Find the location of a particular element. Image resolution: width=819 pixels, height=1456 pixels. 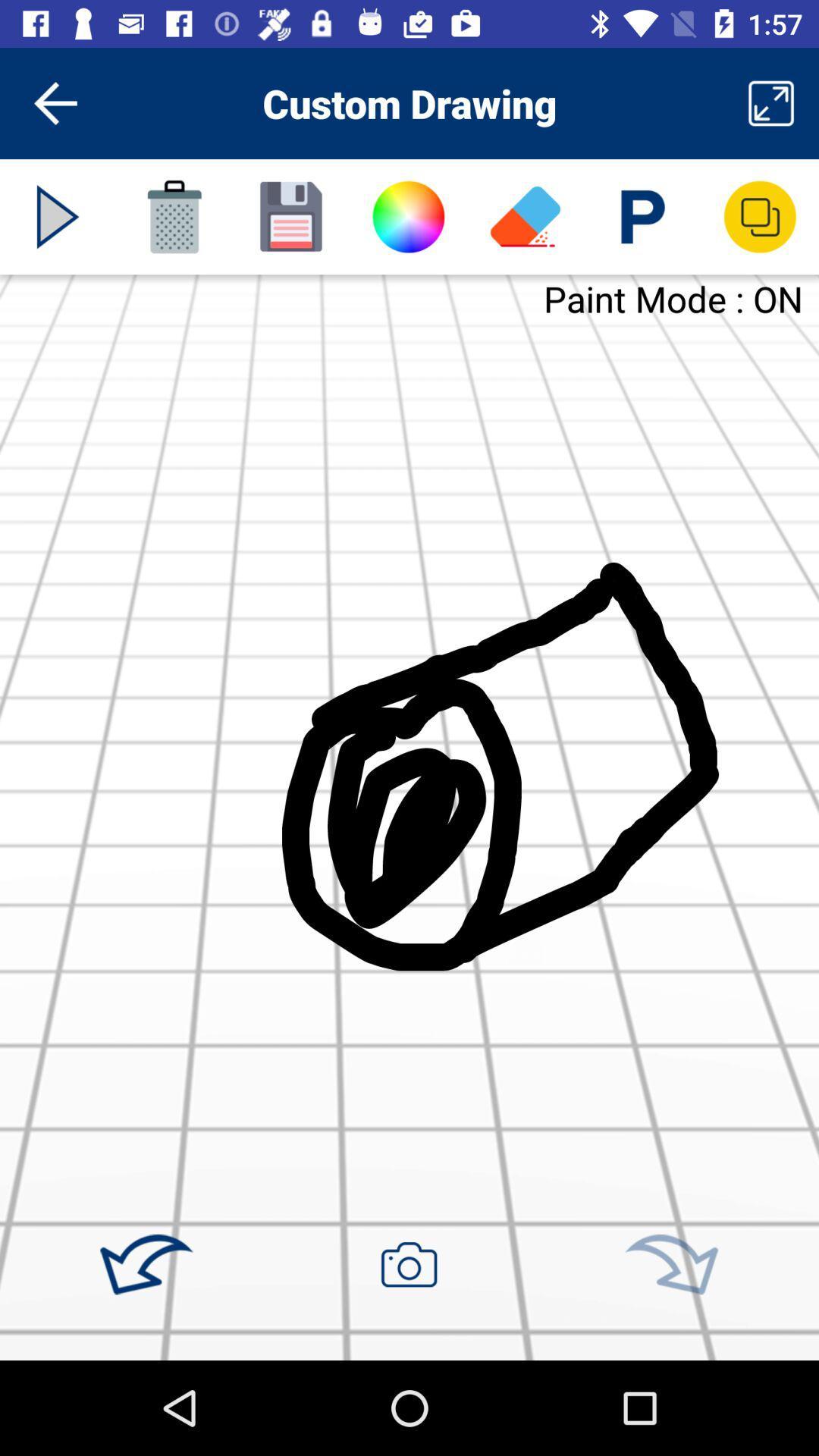

undo is located at coordinates (146, 1265).